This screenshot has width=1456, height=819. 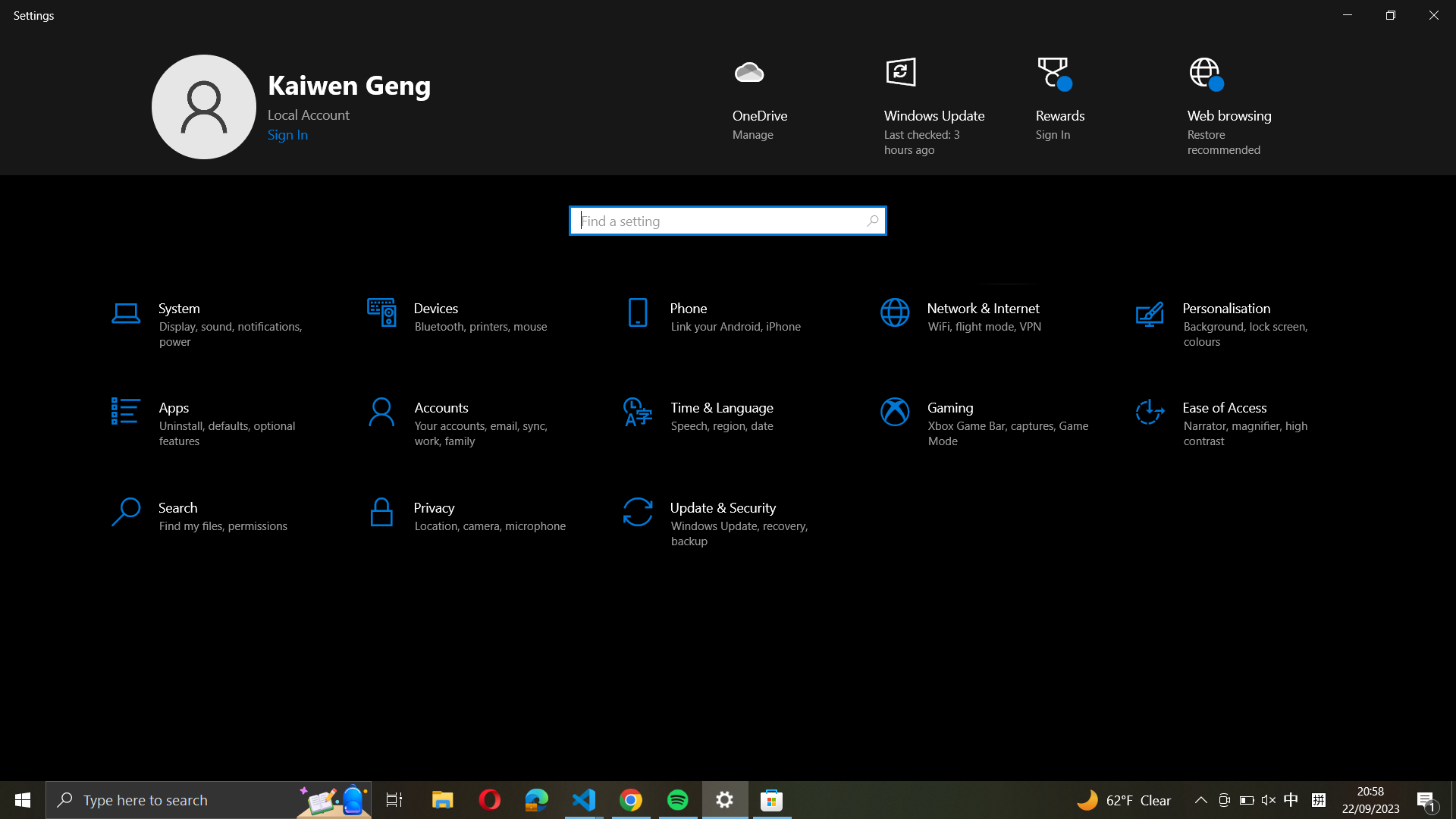 What do you see at coordinates (726, 219) in the screenshot?
I see `Use the search function to access "Lock screen settings" in the settings menu` at bounding box center [726, 219].